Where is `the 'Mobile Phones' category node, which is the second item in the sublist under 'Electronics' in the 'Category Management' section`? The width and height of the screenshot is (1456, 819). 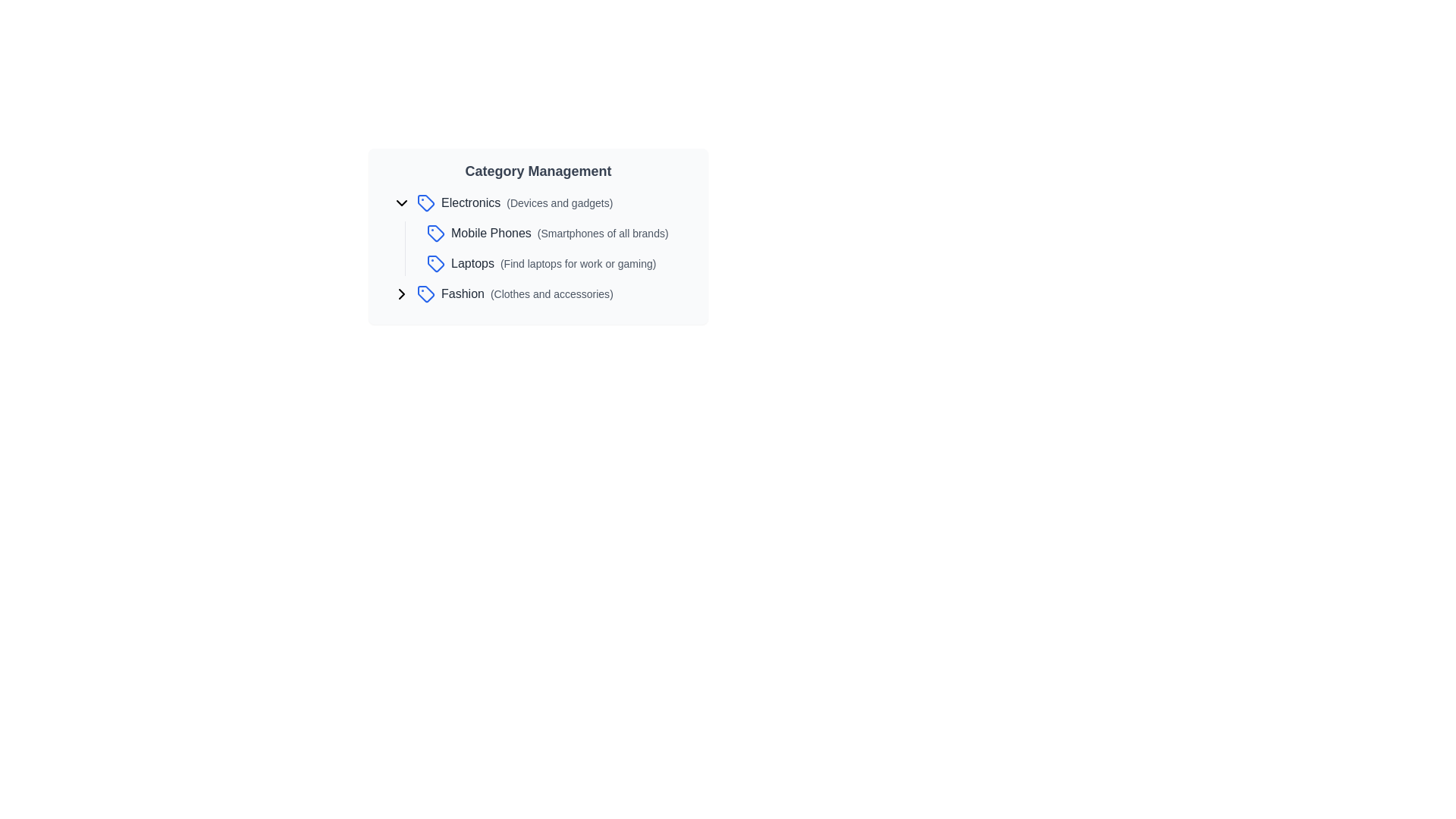 the 'Mobile Phones' category node, which is the second item in the sublist under 'Electronics' in the 'Category Management' section is located at coordinates (544, 234).